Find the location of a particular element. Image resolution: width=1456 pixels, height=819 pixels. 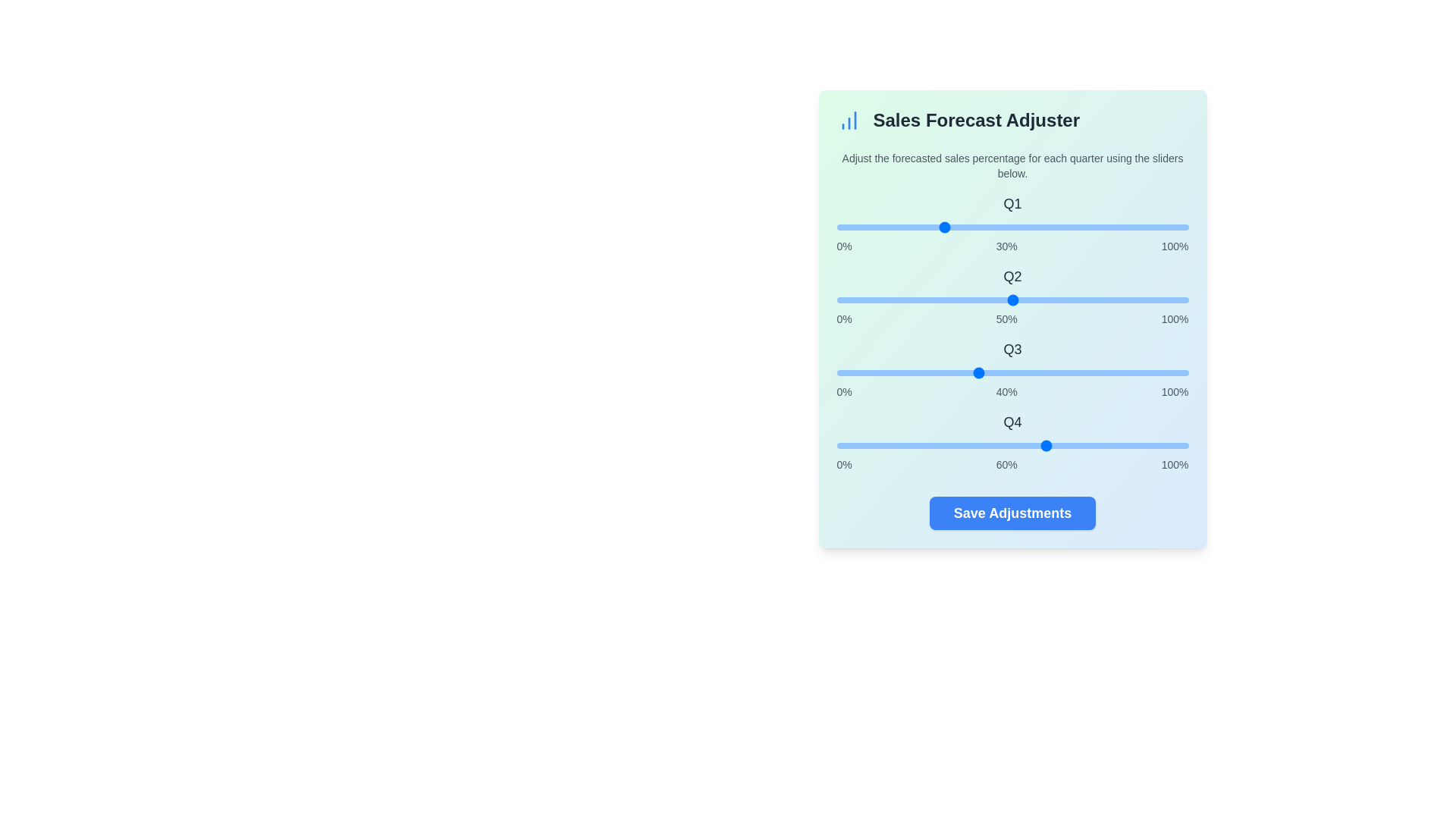

the Q4 slider to 63% is located at coordinates (1057, 444).